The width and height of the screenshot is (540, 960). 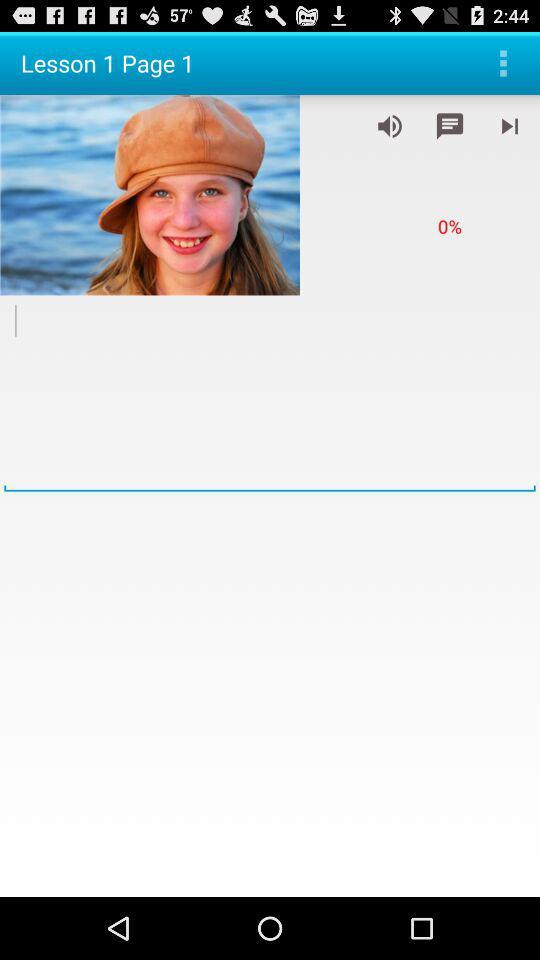 I want to click on the skip_next icon, so click(x=509, y=133).